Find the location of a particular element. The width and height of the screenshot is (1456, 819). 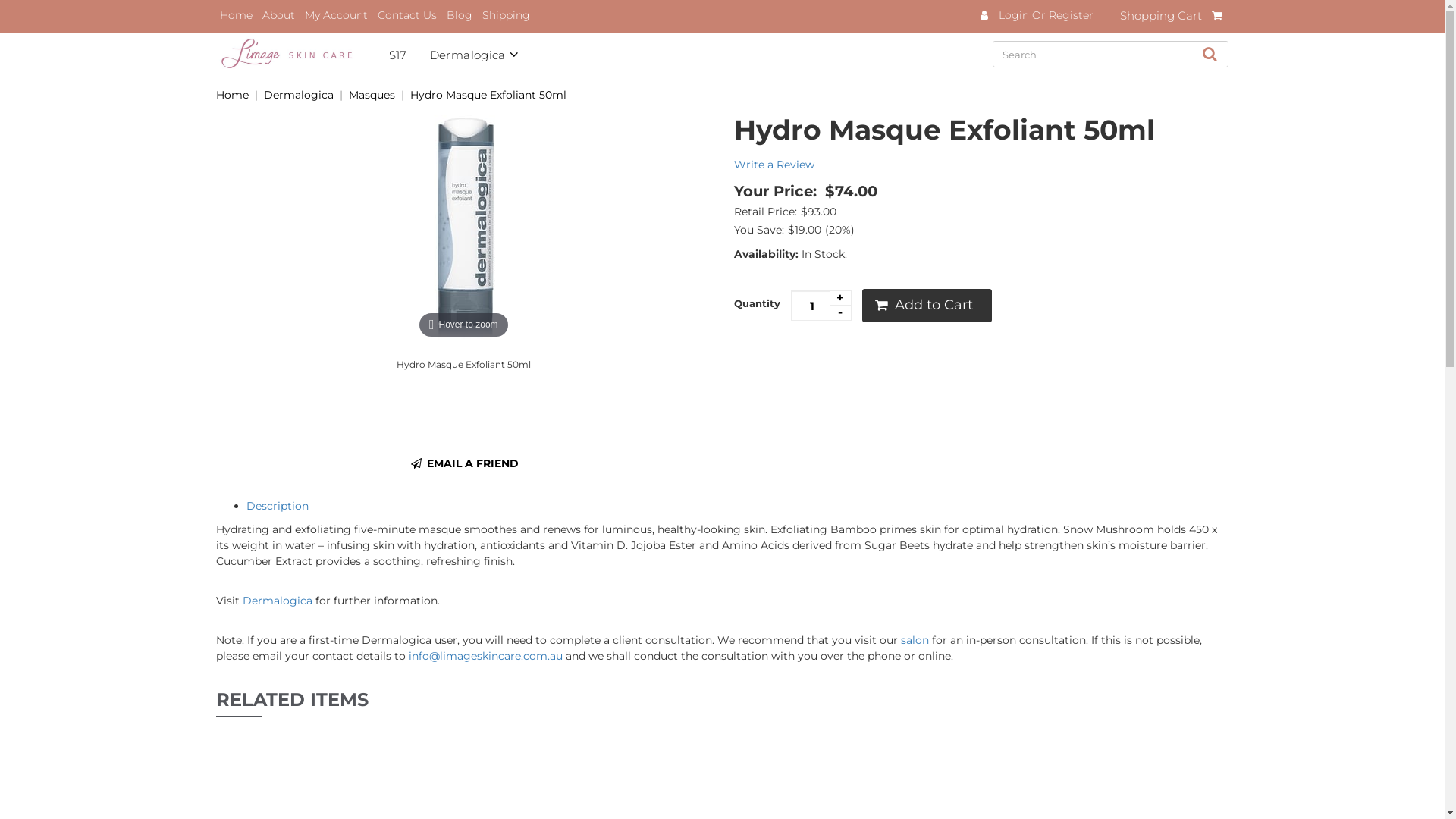

'Home' is located at coordinates (215, 14).